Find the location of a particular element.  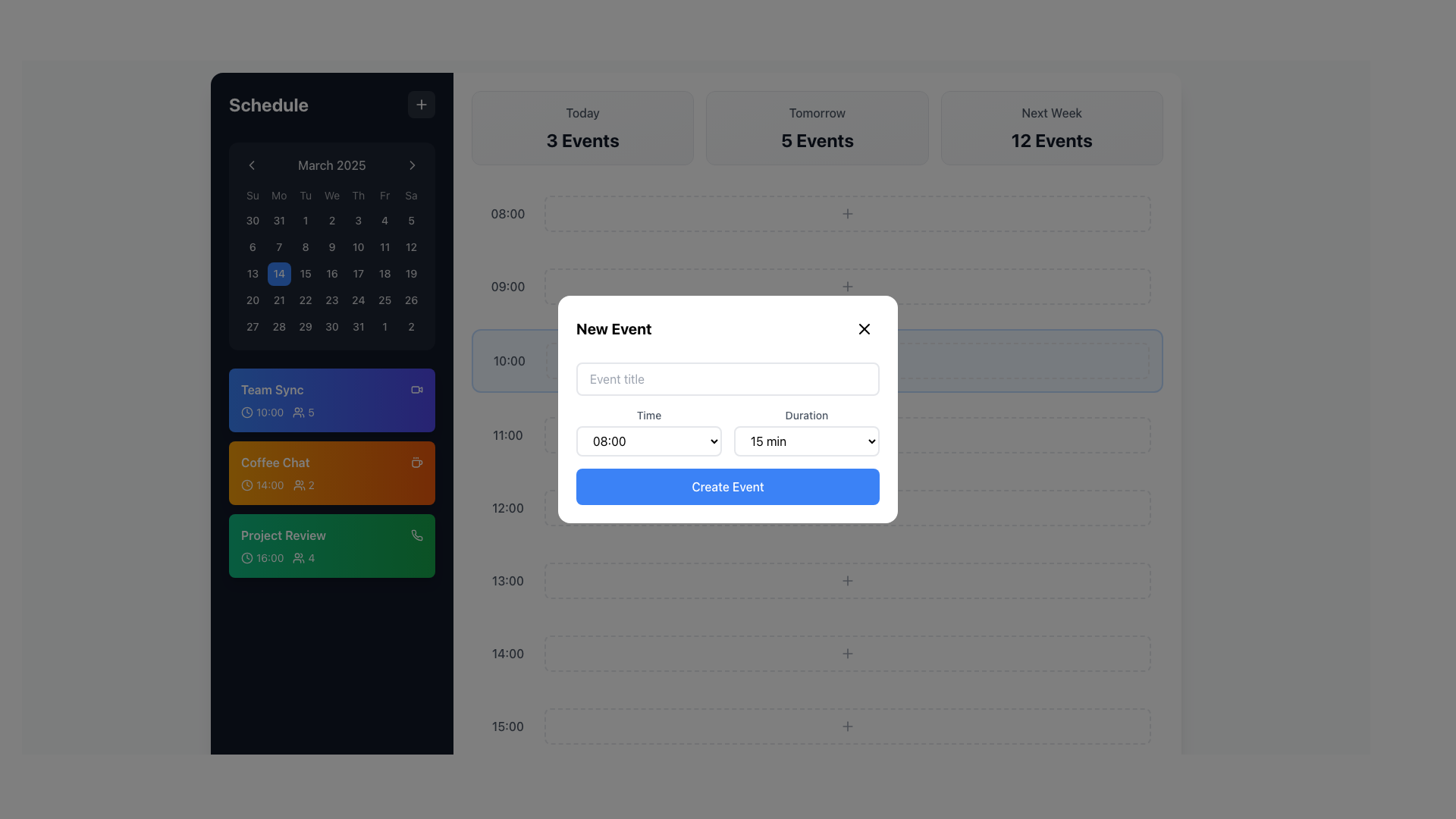

the phone receiver icon located in the bottom-right corner of the 'Project Review' event block to initiate the call interface is located at coordinates (417, 534).